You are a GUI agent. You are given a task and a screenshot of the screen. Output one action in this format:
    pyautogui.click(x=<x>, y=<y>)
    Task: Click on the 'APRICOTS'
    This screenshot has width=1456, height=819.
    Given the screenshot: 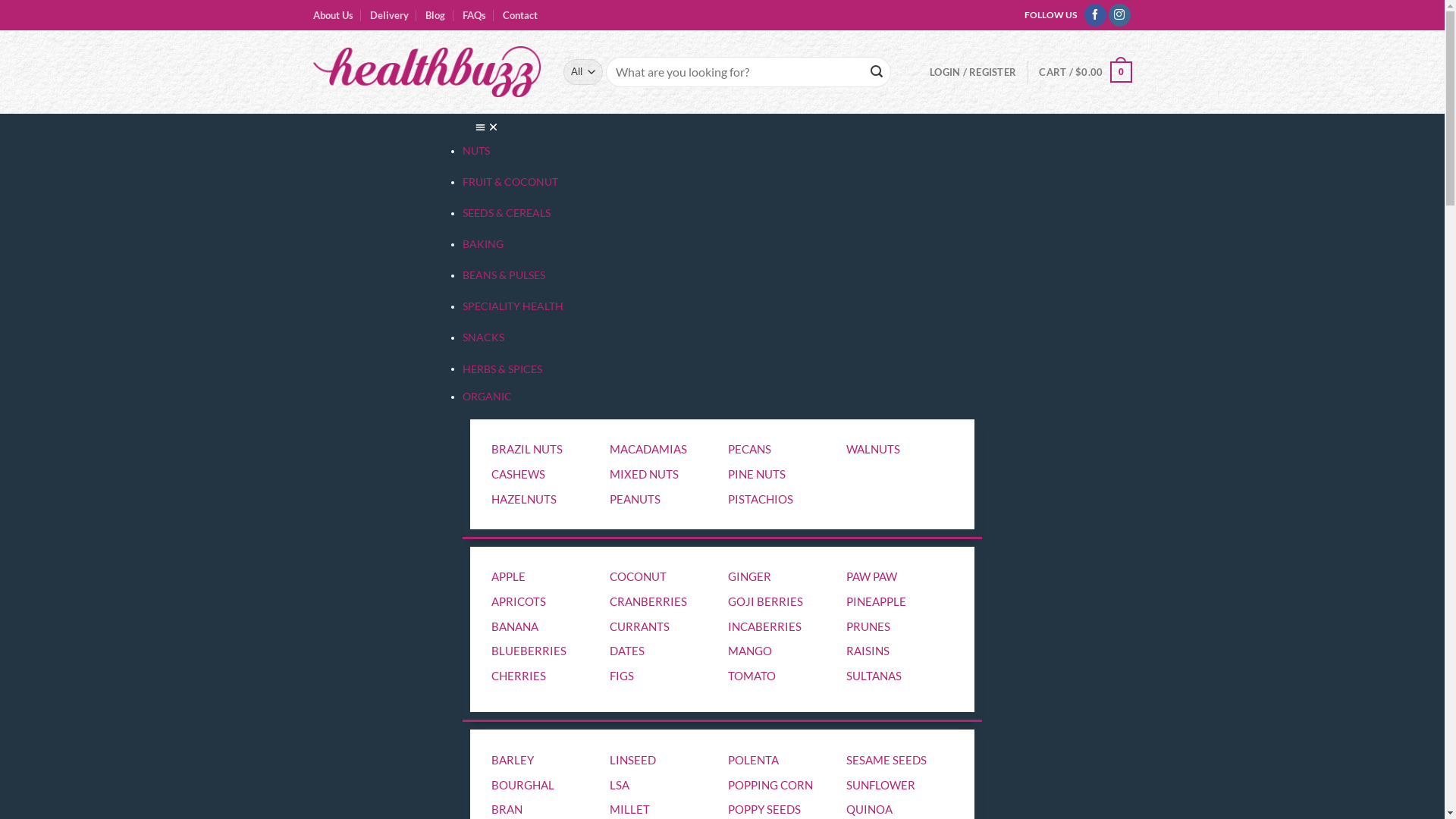 What is the action you would take?
    pyautogui.click(x=519, y=601)
    